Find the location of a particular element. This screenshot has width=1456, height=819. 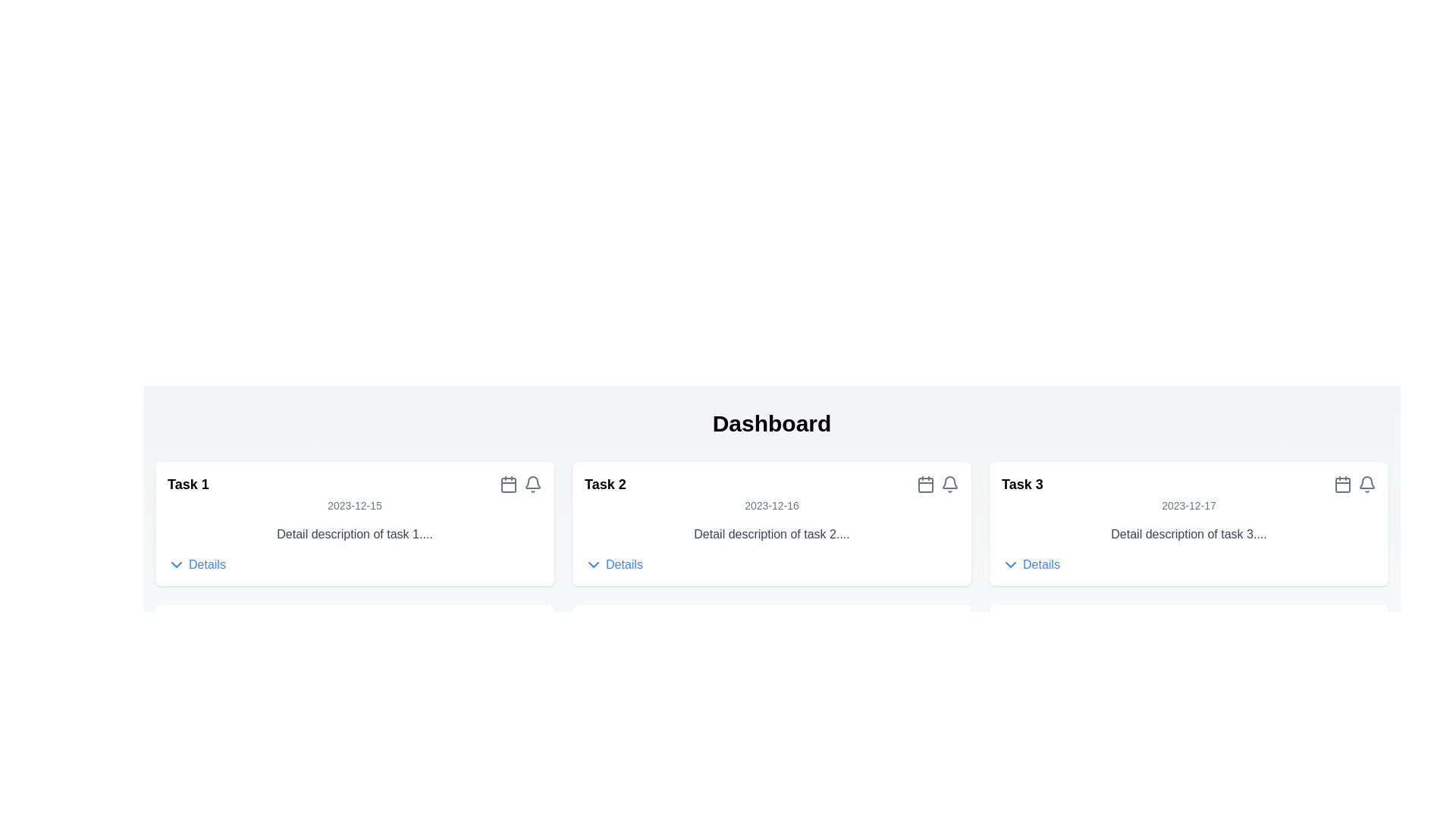

the Calendar Icon located at the top-right of the Task 2 card, which is visually aligned beside a bell icon is located at coordinates (924, 485).